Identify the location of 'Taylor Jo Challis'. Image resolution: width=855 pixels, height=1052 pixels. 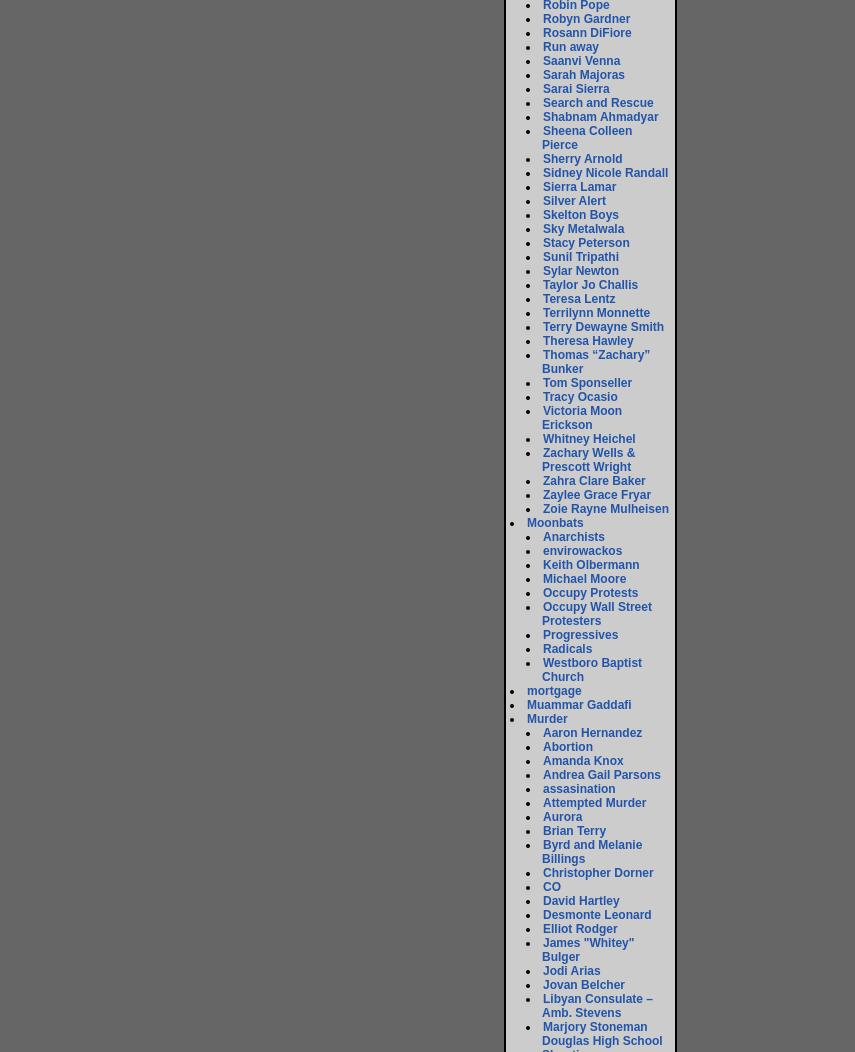
(589, 284).